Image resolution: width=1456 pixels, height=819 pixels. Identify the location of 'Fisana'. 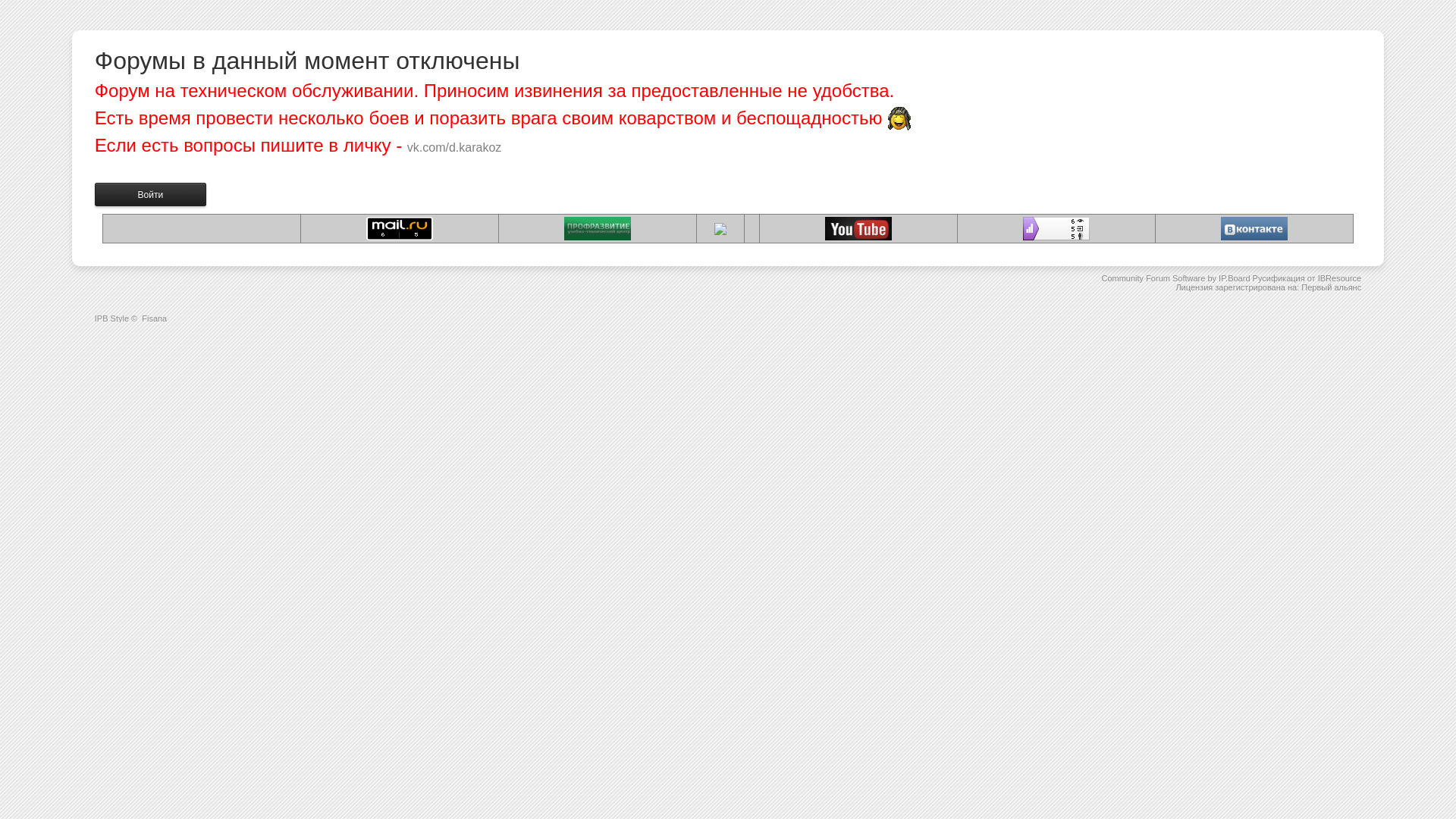
(154, 318).